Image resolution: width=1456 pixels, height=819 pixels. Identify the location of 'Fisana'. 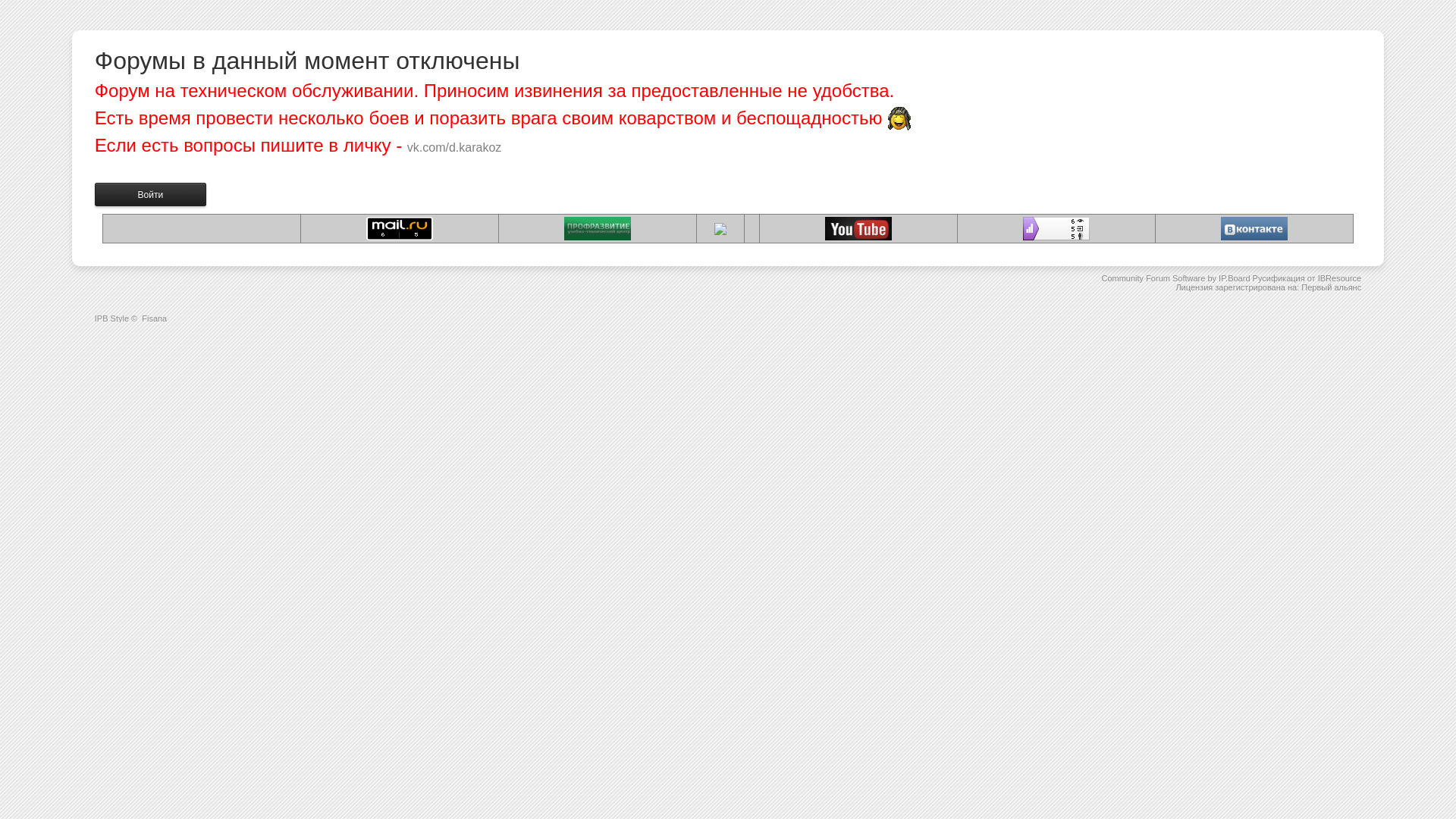
(154, 318).